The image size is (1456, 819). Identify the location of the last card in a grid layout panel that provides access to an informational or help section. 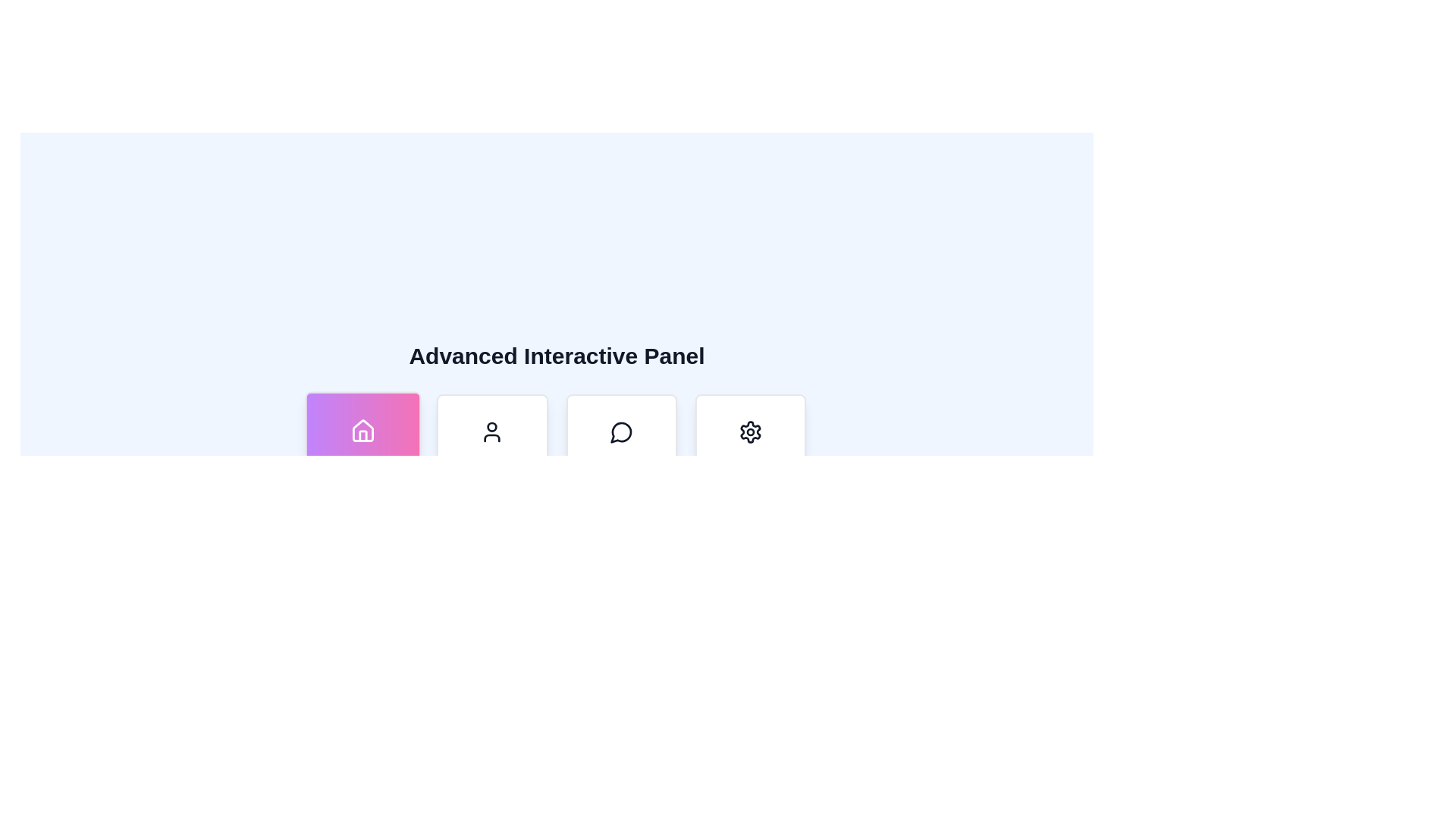
(362, 576).